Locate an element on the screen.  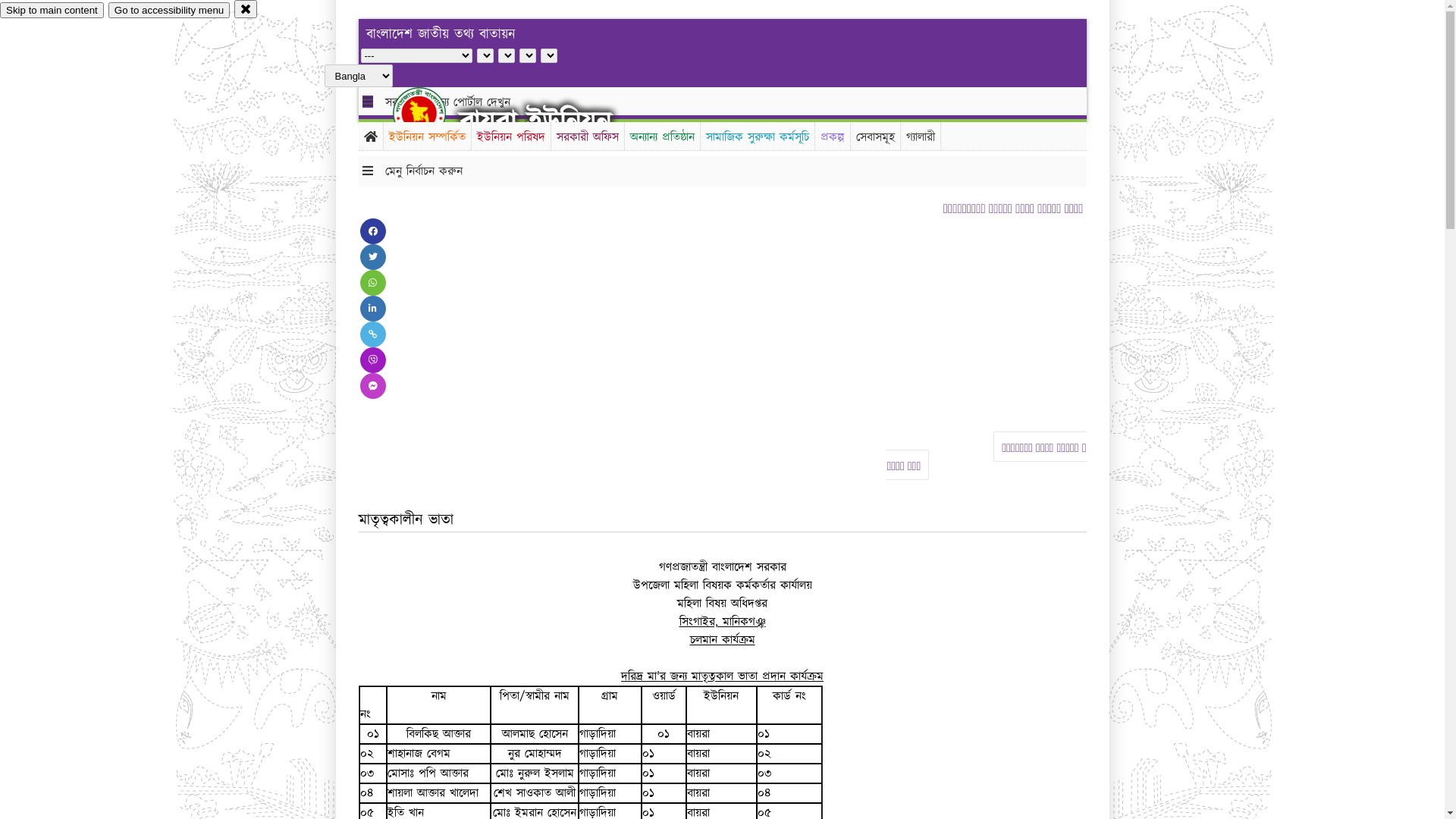
'close' is located at coordinates (246, 8).